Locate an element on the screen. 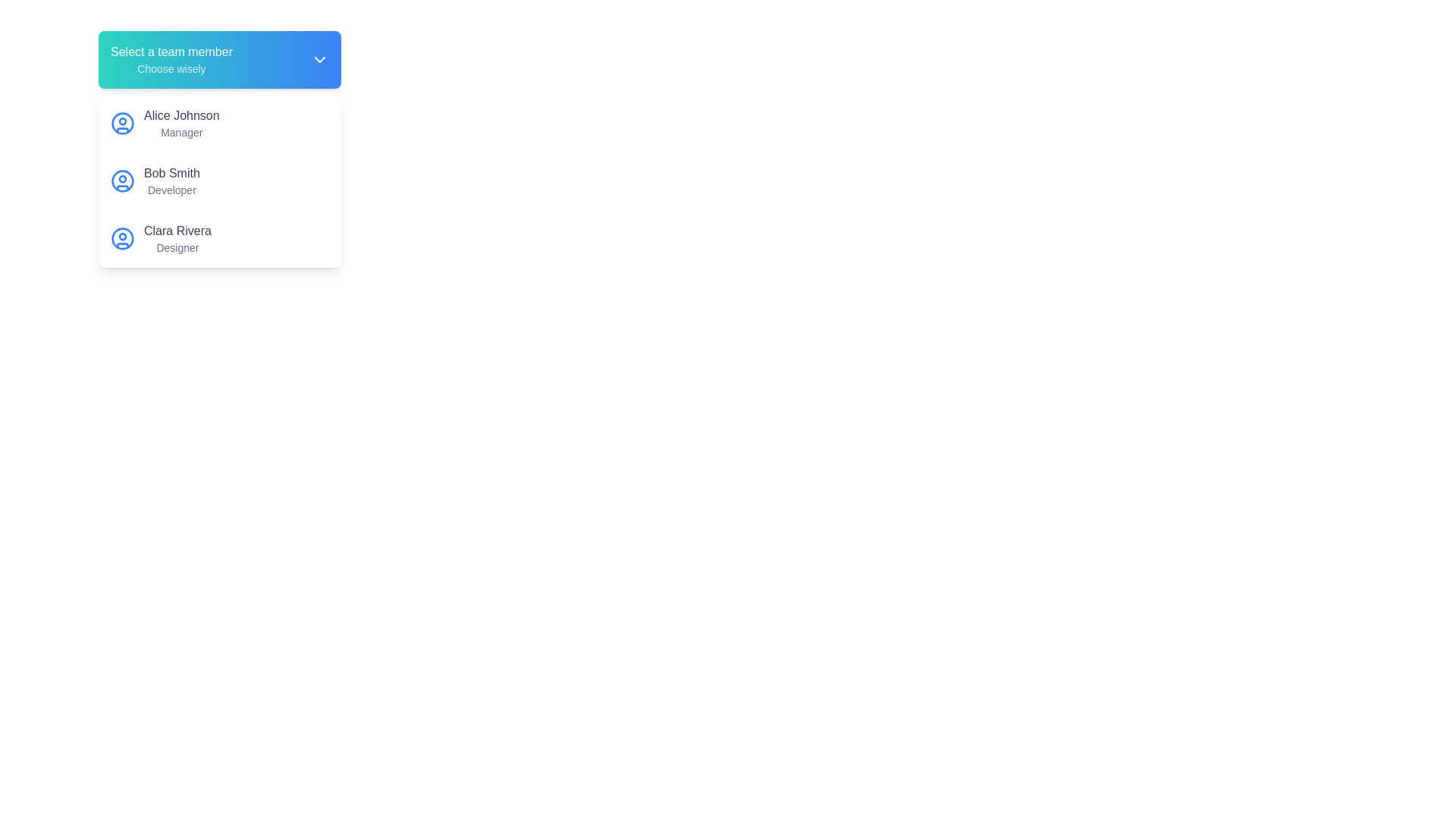 The width and height of the screenshot is (1456, 819). the text label that displays the name of the individual associated with the list item is located at coordinates (171, 172).